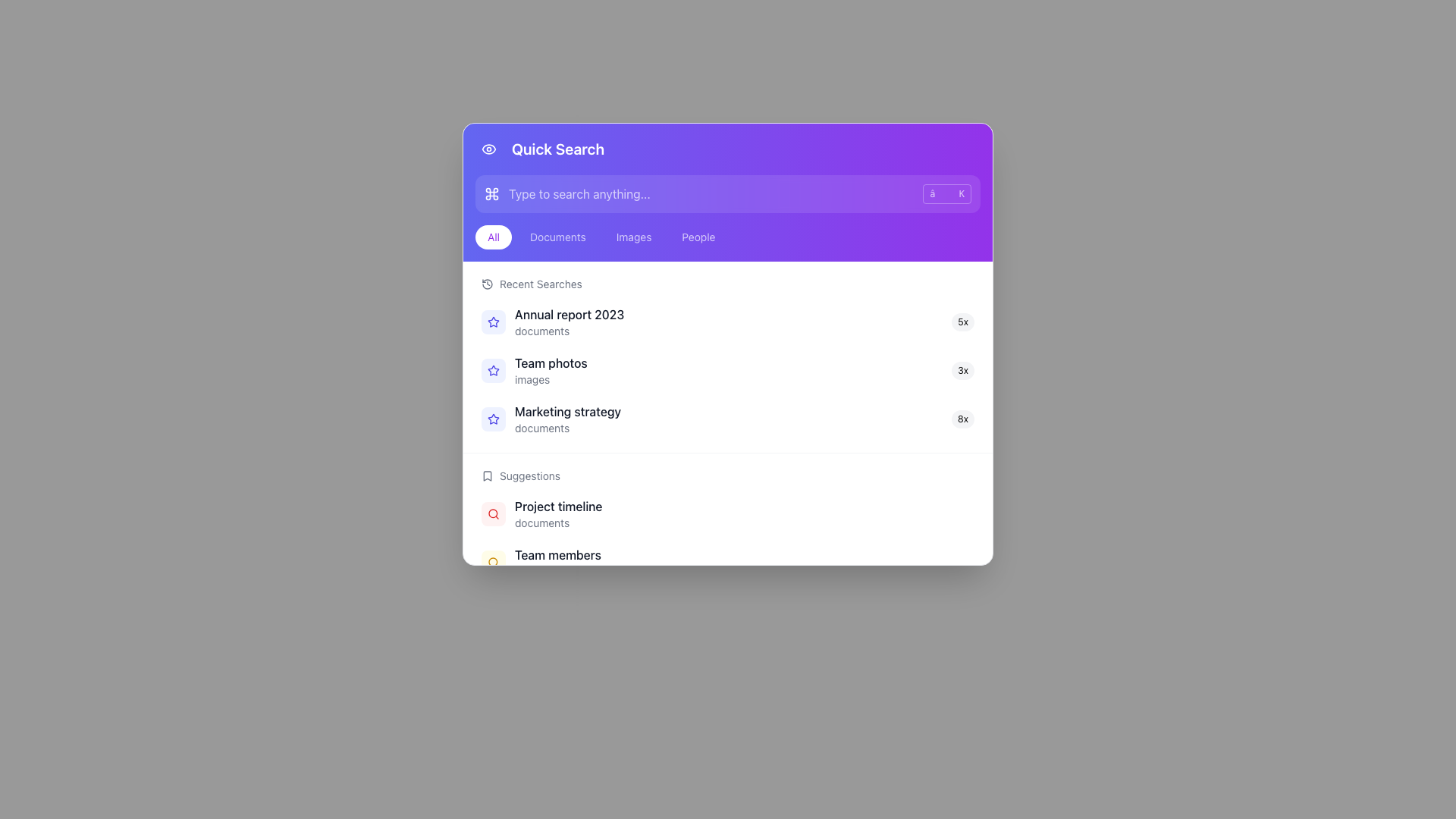 The image size is (1456, 819). What do you see at coordinates (962, 321) in the screenshot?
I see `the badge labeled '5x' located in the 'Recent Searches' section next to 'Annual report 2023'` at bounding box center [962, 321].